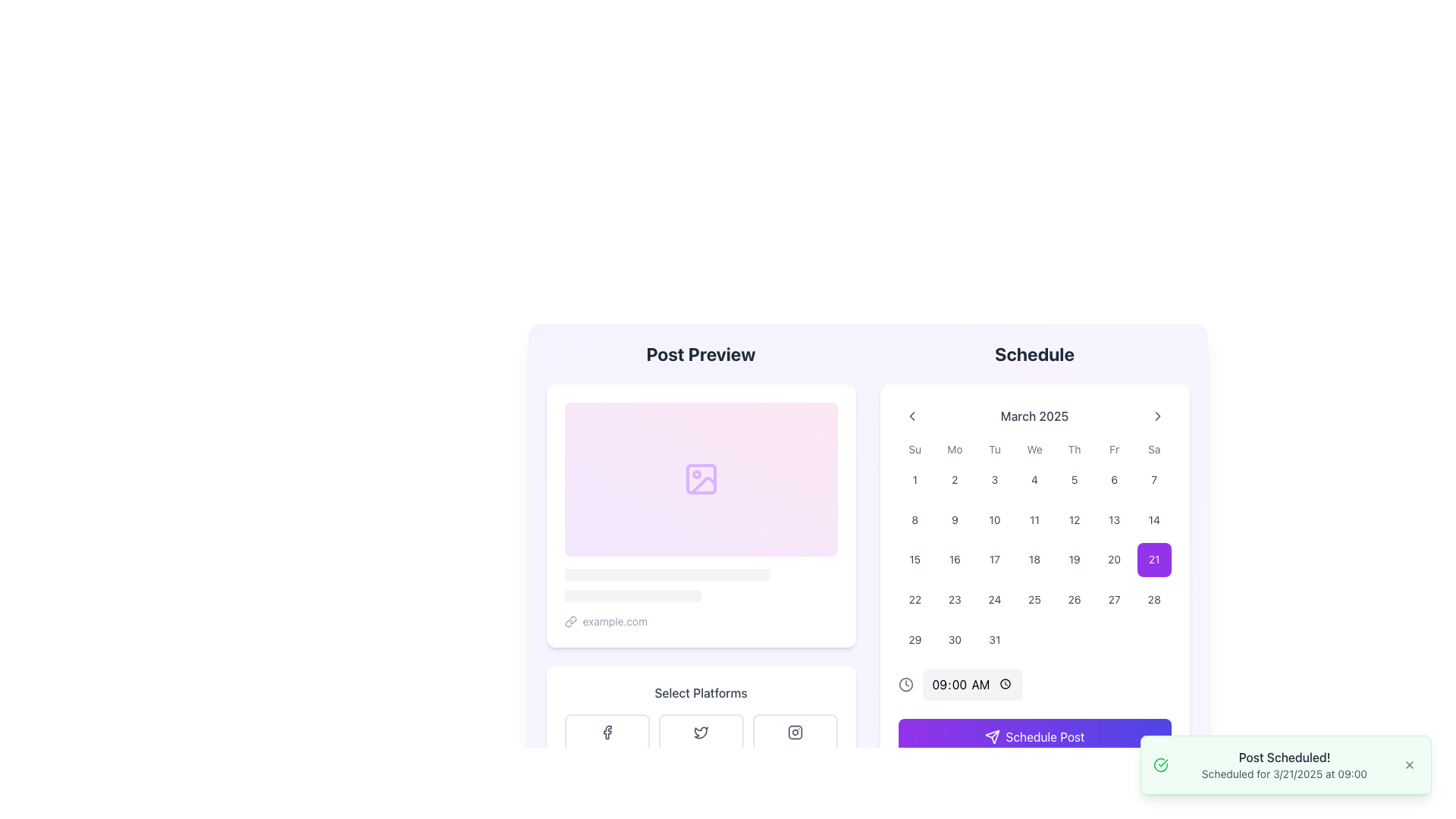  Describe the element at coordinates (794, 731) in the screenshot. I see `the Instagram button, which is a square-shaped button with rounded corners located below the 'Select Platforms' heading, positioned to the right of the 'Facebook' and 'Twitter' buttons` at that location.